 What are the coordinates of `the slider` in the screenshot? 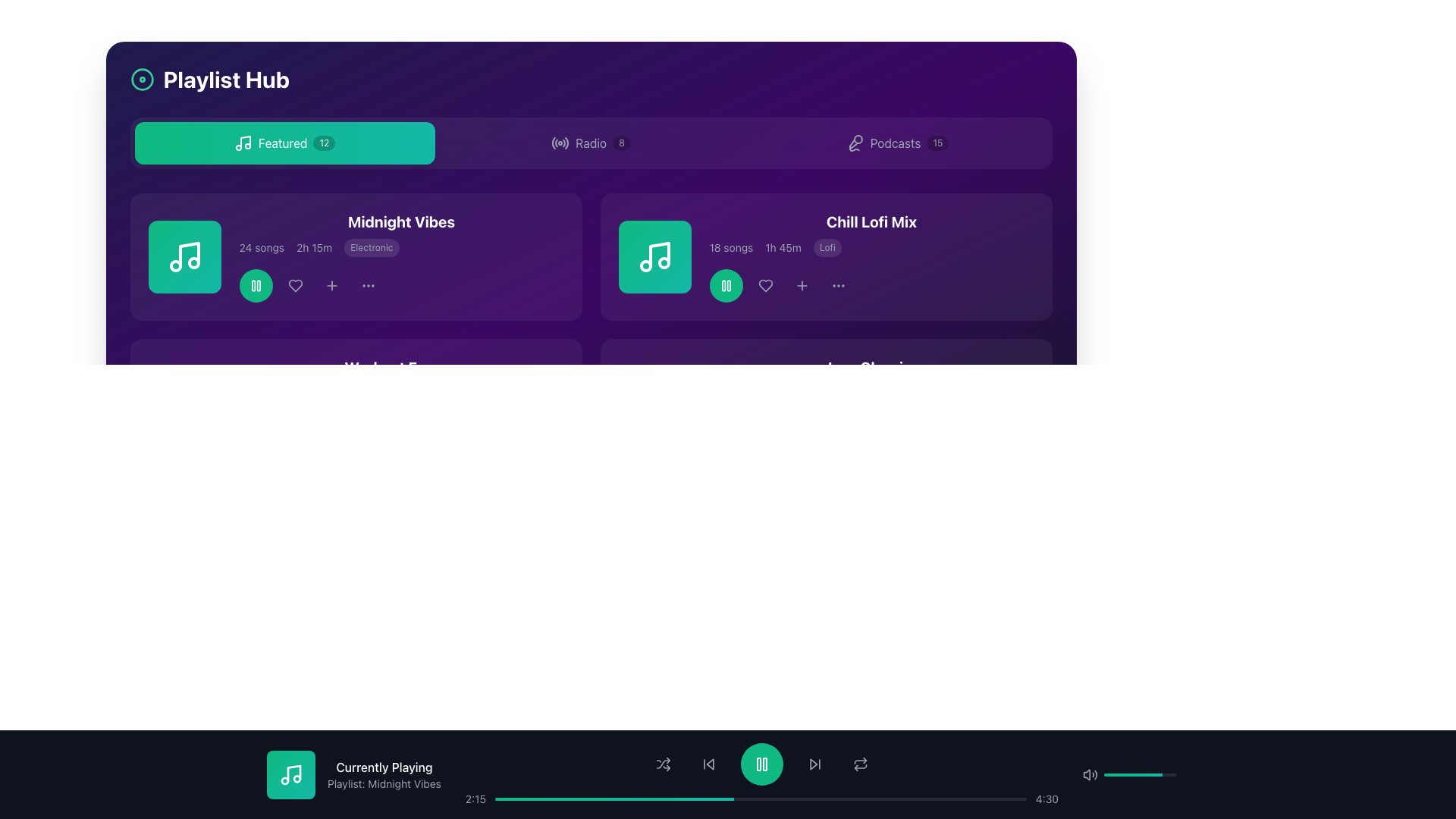 It's located at (1116, 775).